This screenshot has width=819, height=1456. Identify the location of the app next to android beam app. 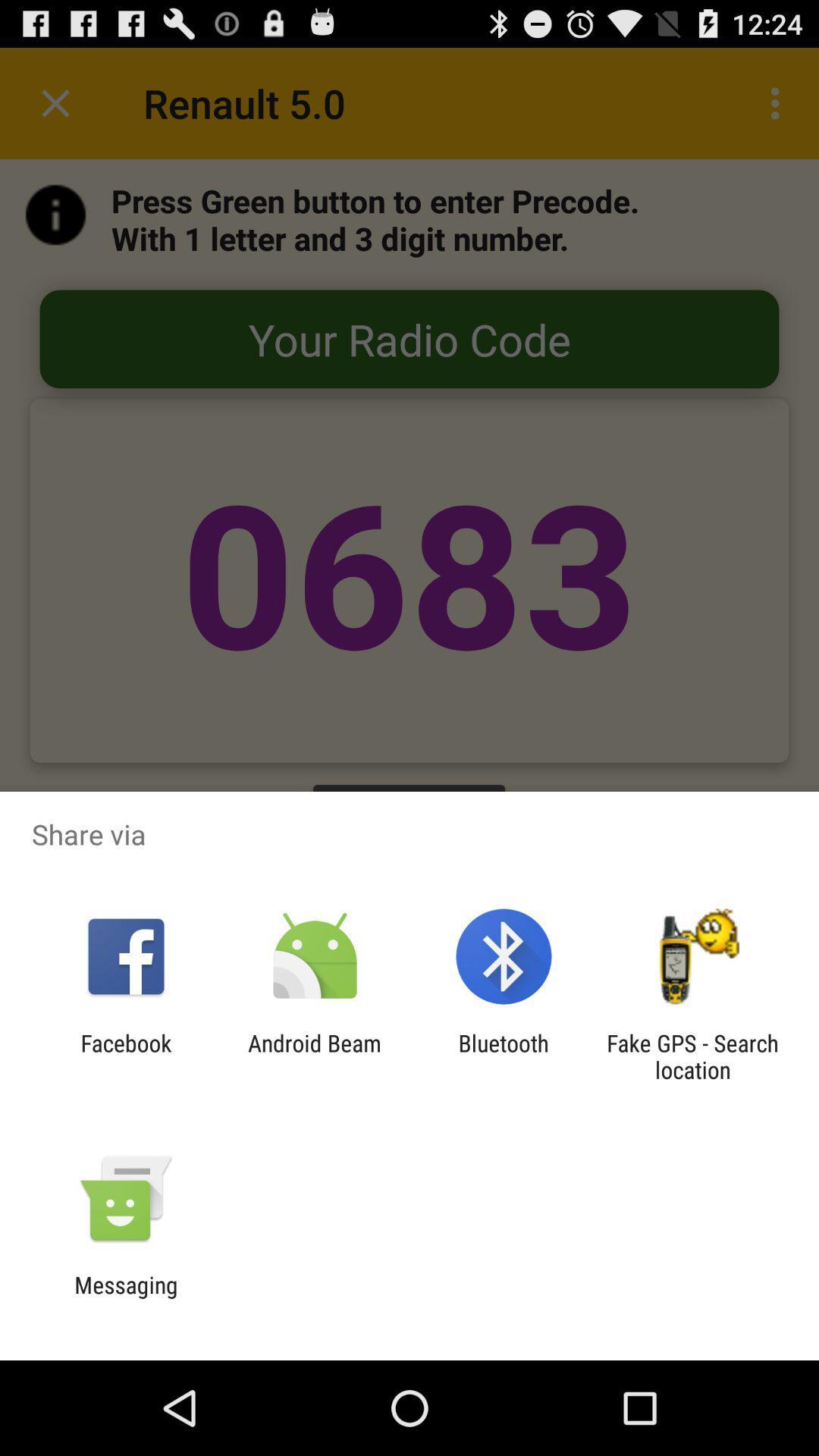
(125, 1056).